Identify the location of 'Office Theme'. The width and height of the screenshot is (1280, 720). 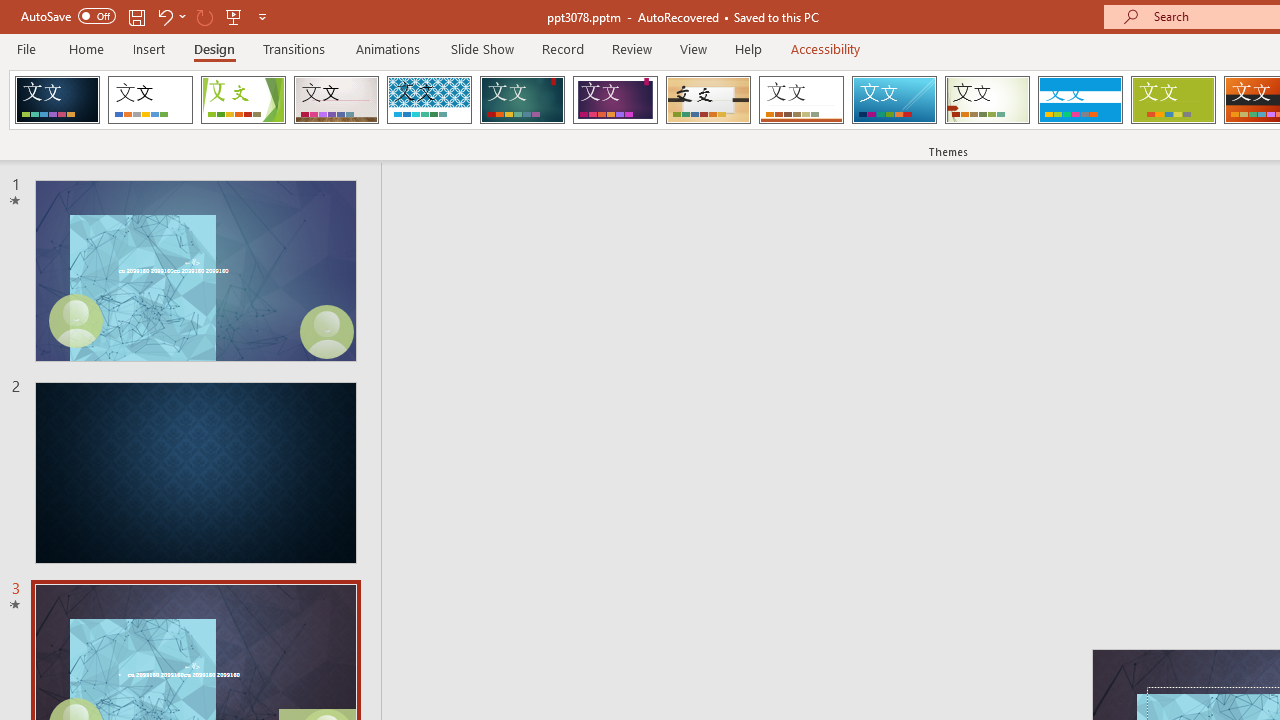
(149, 100).